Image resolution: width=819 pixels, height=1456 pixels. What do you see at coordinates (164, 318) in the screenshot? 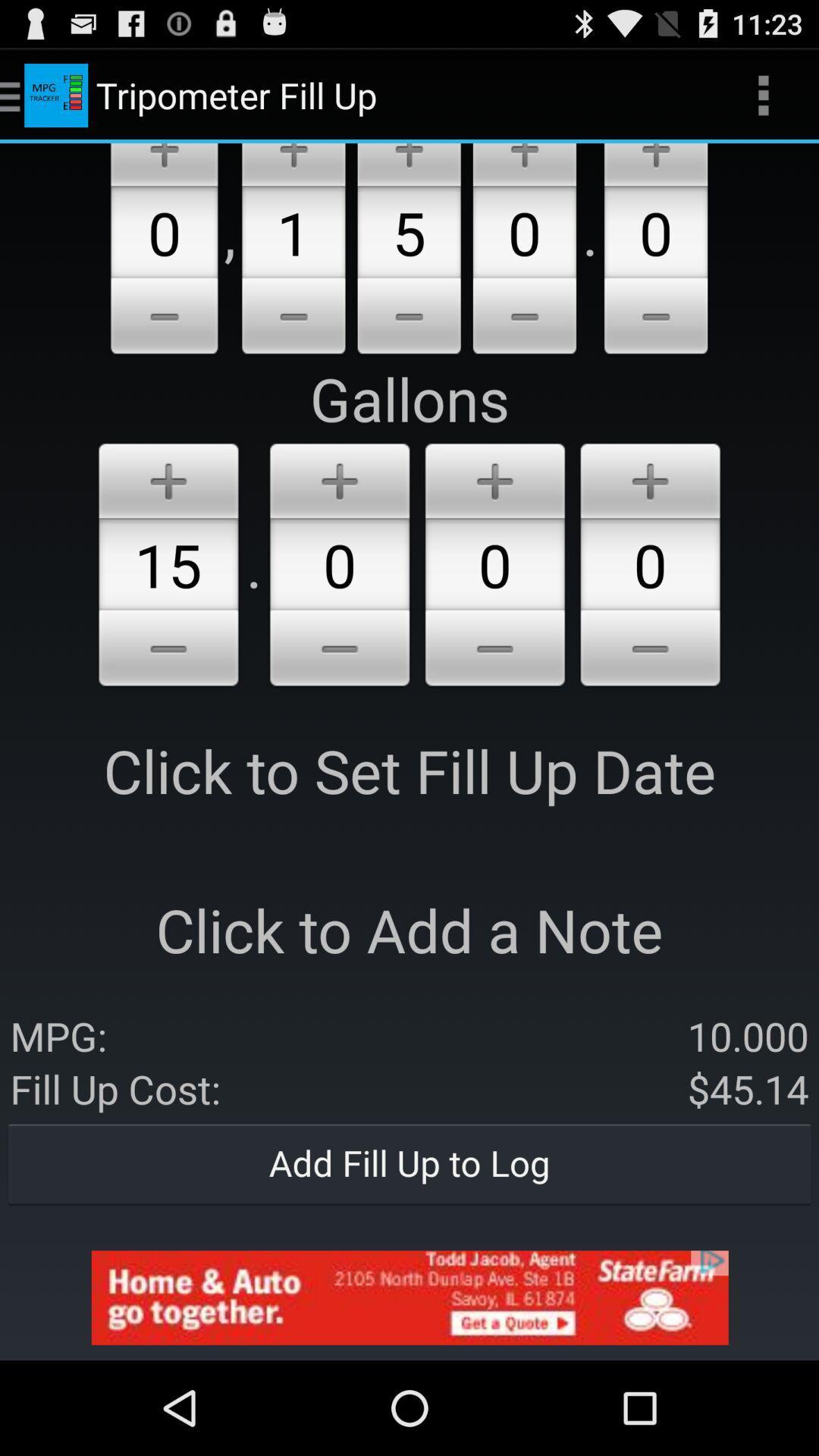
I see `reduce value option` at bounding box center [164, 318].